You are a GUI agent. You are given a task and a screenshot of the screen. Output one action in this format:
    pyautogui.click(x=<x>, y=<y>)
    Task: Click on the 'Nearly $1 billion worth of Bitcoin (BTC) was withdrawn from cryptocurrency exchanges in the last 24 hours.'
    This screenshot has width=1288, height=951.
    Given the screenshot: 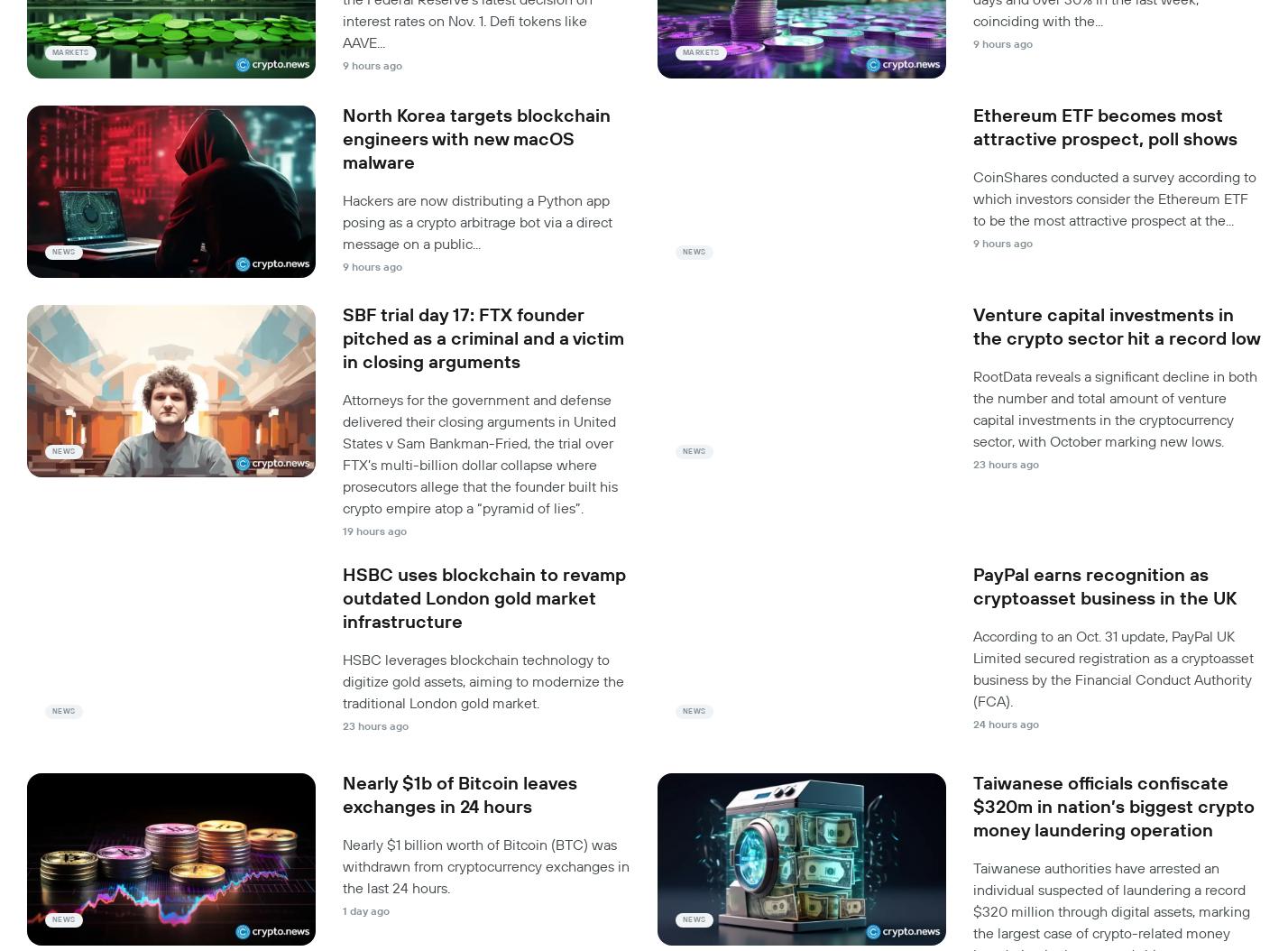 What is the action you would take?
    pyautogui.click(x=486, y=865)
    